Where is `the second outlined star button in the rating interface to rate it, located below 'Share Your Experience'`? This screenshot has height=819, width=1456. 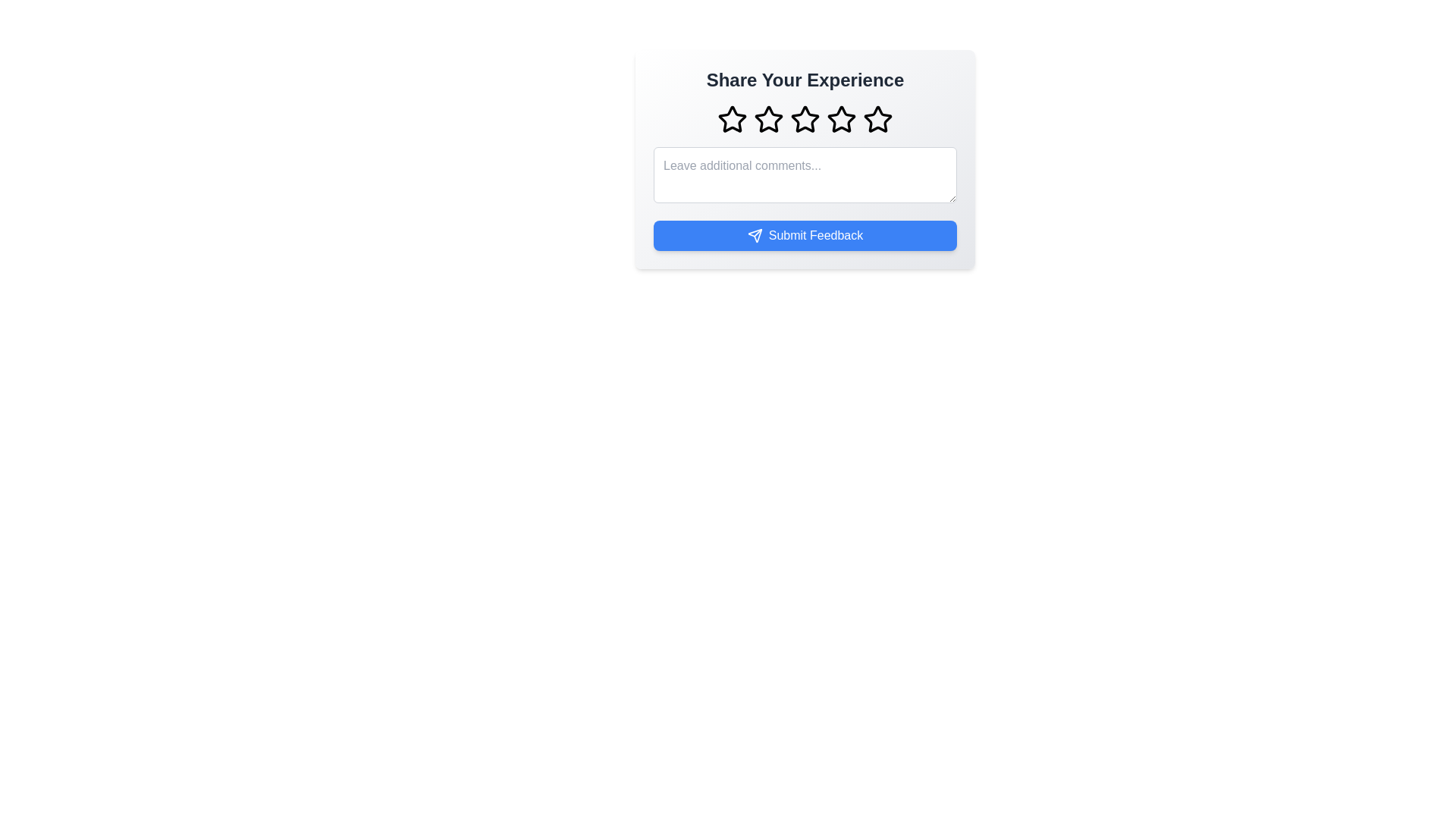
the second outlined star button in the rating interface to rate it, located below 'Share Your Experience' is located at coordinates (768, 118).